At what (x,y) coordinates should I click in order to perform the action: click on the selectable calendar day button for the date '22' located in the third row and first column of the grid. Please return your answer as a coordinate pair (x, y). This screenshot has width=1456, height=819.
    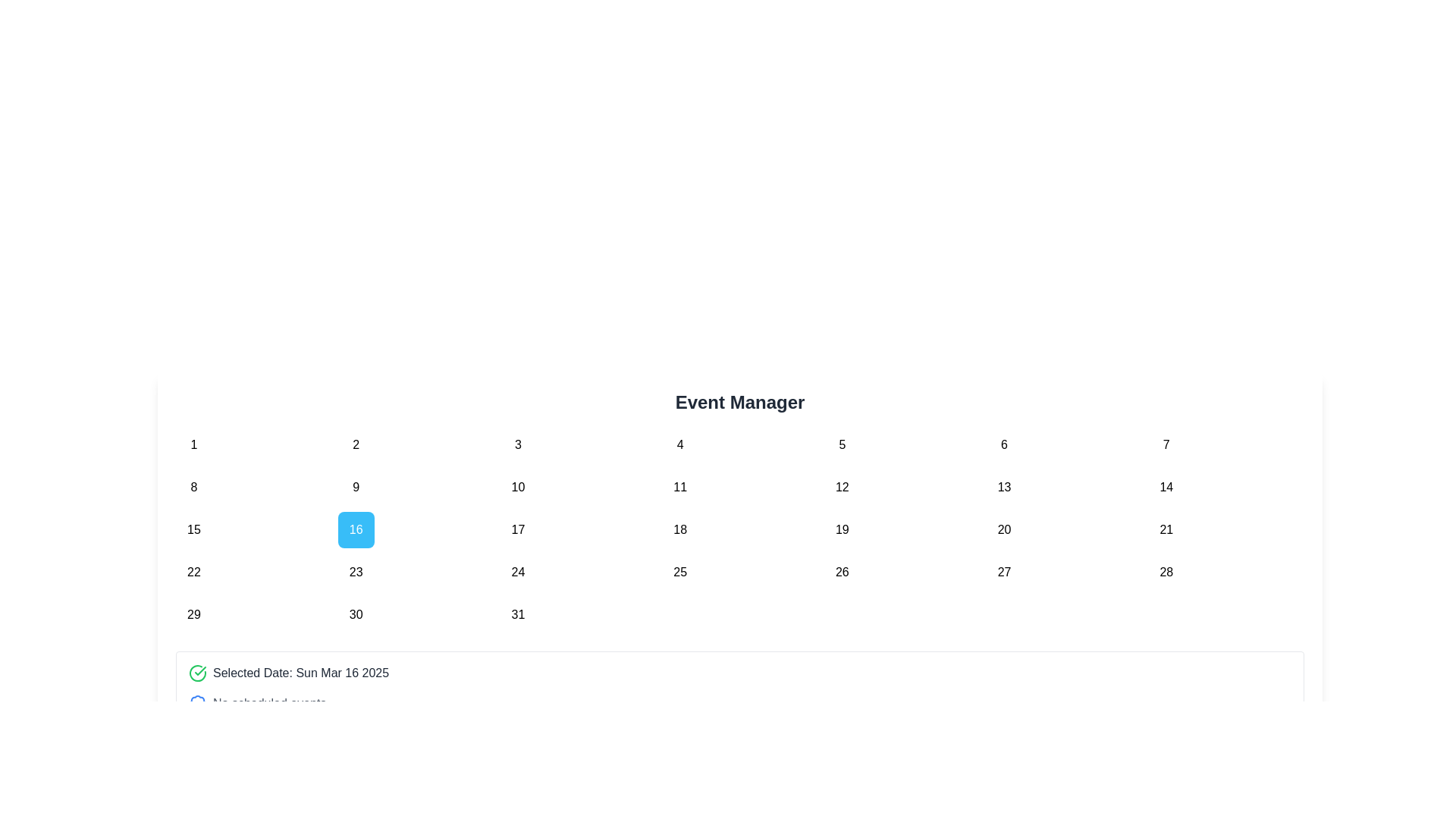
    Looking at the image, I should click on (193, 573).